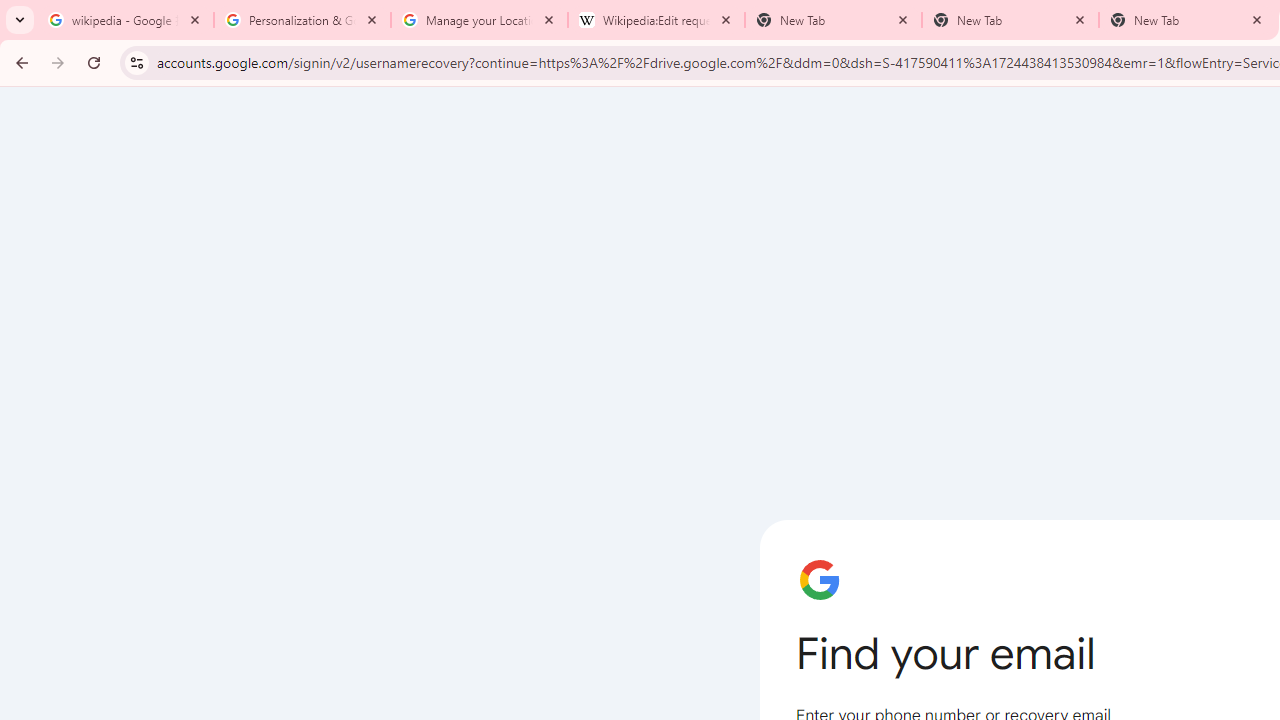 Image resolution: width=1280 pixels, height=720 pixels. I want to click on 'New Tab', so click(1010, 20).